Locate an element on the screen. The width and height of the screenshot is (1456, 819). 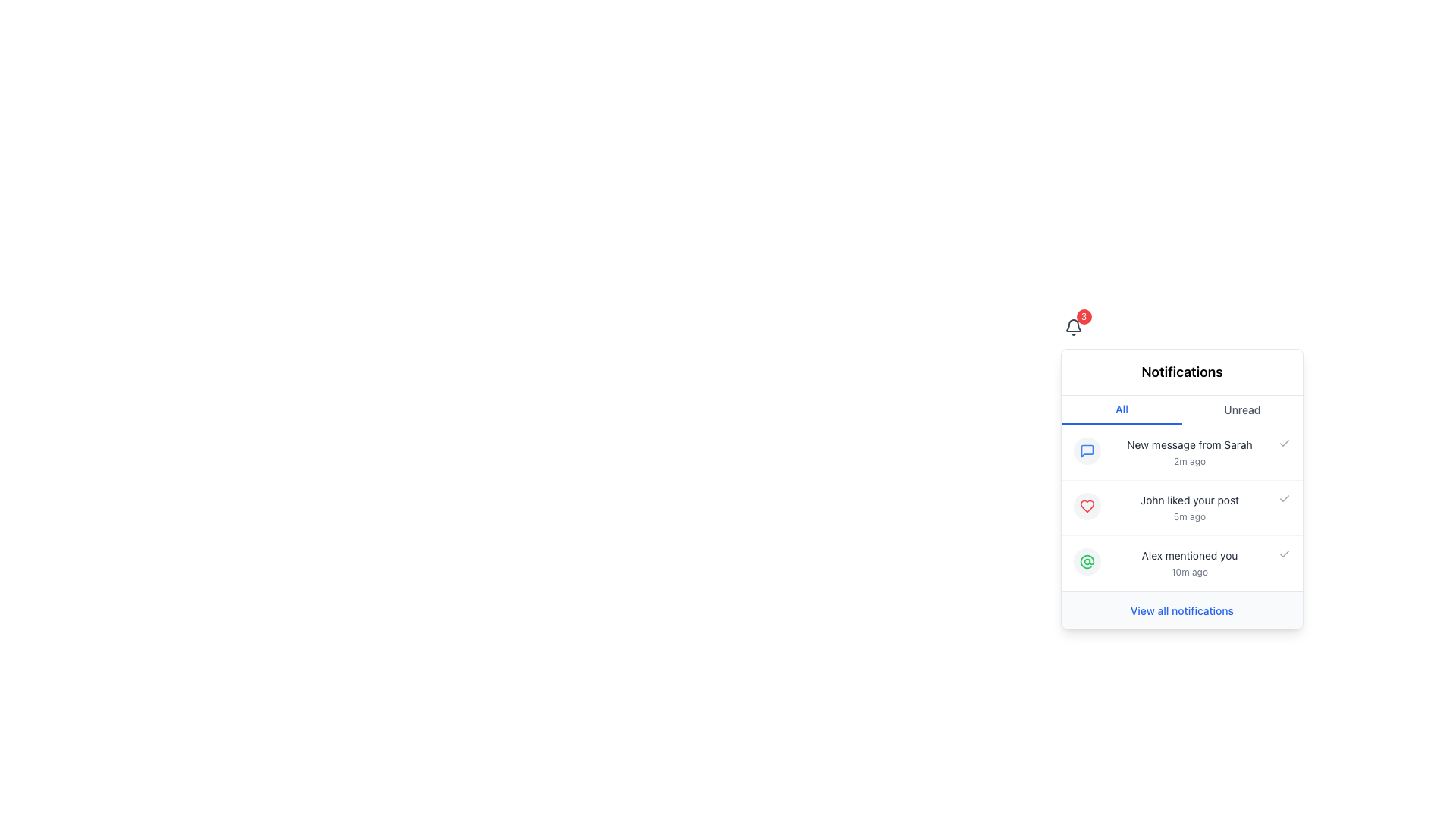
the 'Mark as Read' button located at the right side of the notification titled 'New message from Sarah' is located at coordinates (1284, 444).